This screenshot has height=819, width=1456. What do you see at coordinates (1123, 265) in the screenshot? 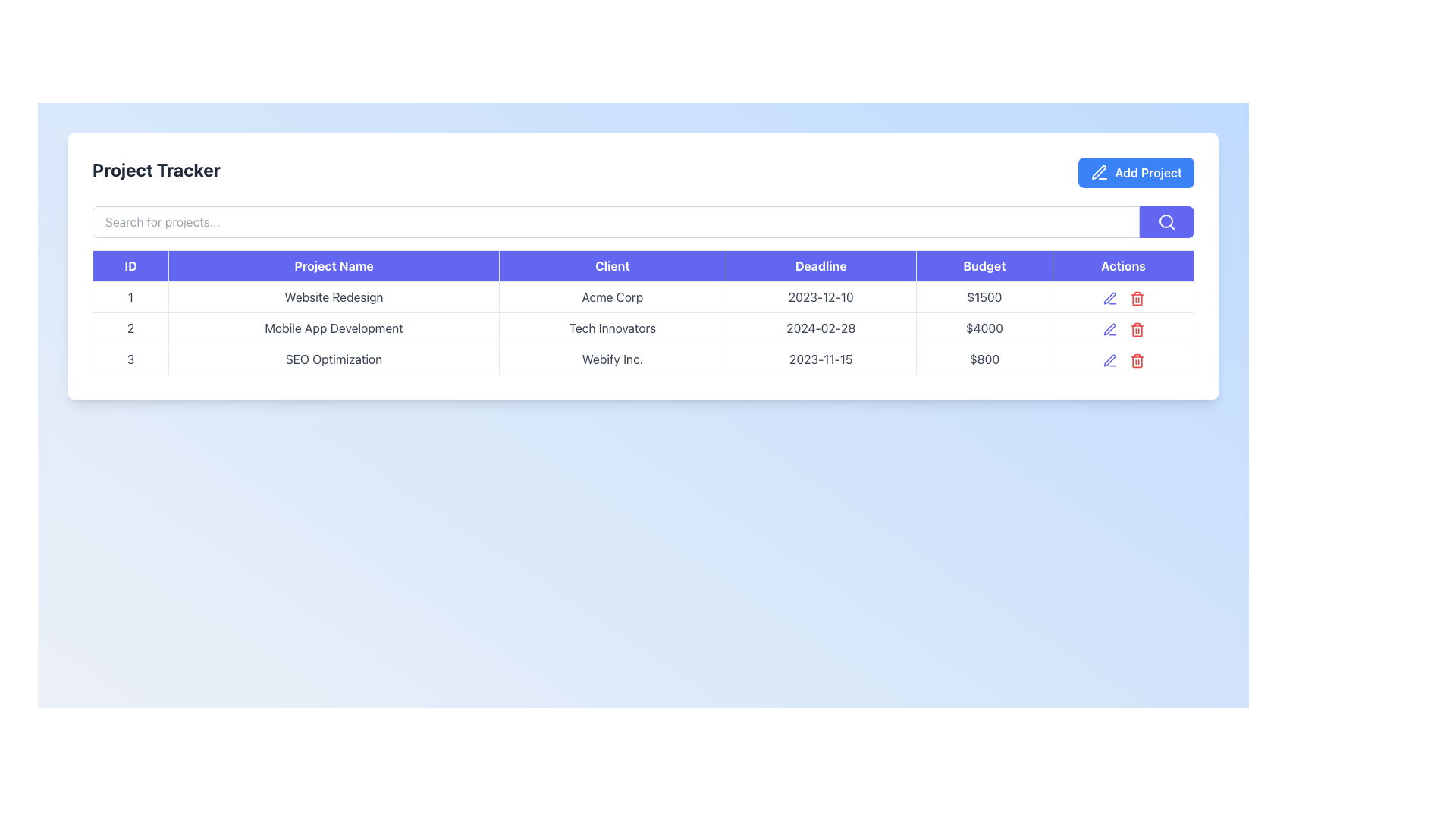
I see `'Actions' column header text label, which is the rightmost column header in the table, horizontally aligned with 'ID', 'Project Name', 'Client', 'Deadline', and 'Budget'` at bounding box center [1123, 265].